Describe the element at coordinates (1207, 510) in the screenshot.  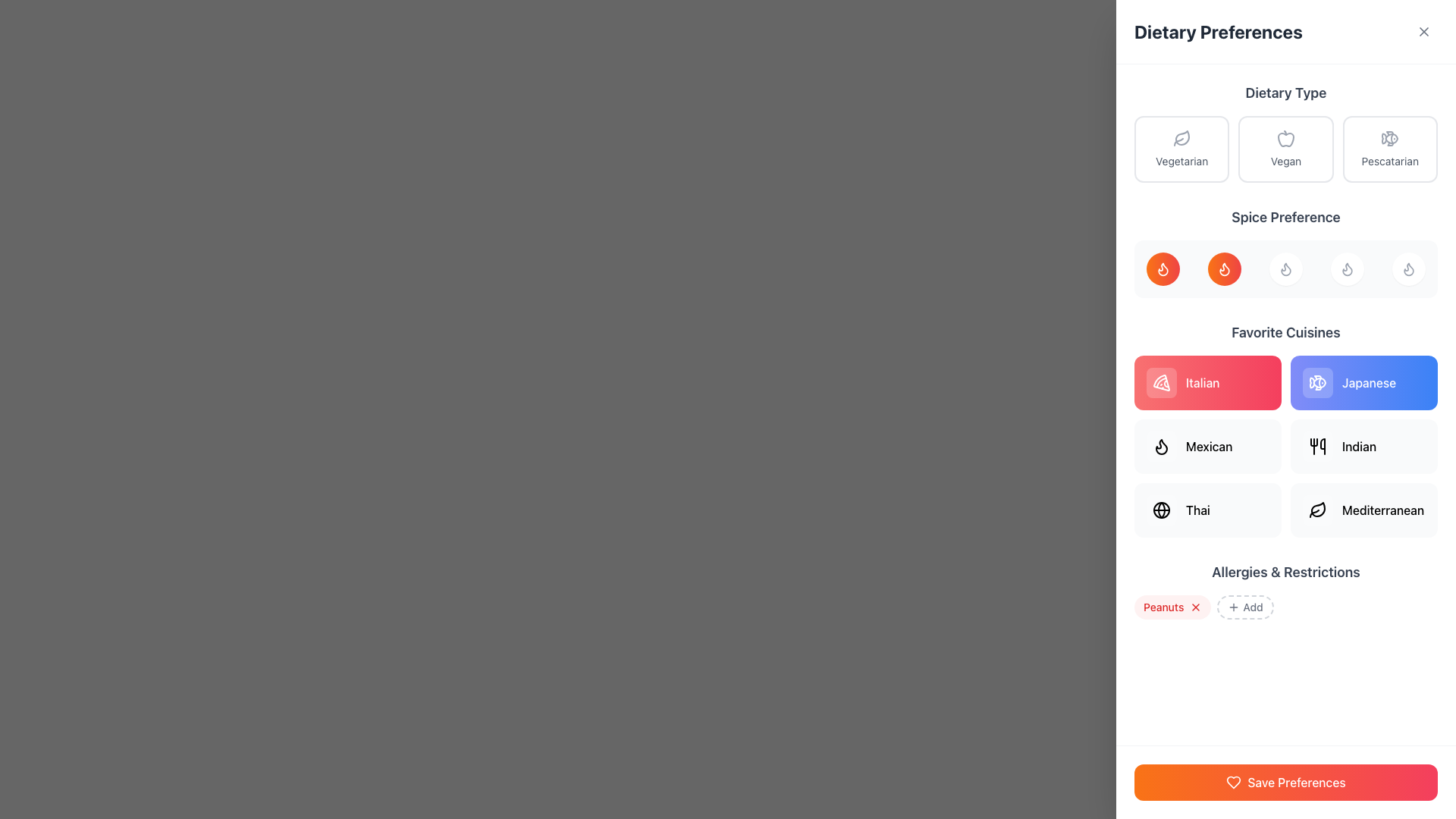
I see `the 'Thai' selectable button in the 'Favorite Cuisines' section` at that location.